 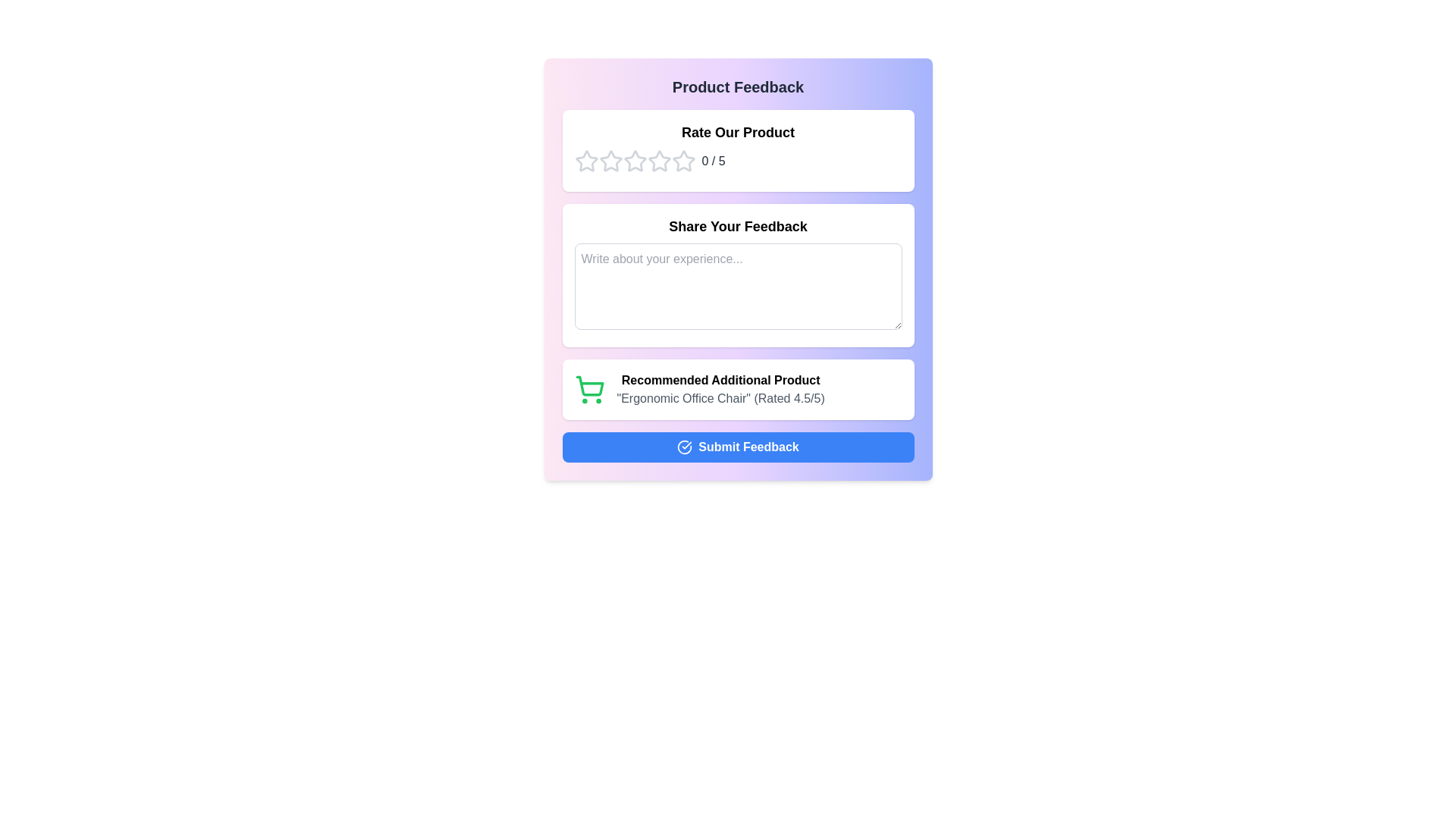 I want to click on the second star in the rating system to provide a 2-star rating for the product, so click(x=610, y=161).